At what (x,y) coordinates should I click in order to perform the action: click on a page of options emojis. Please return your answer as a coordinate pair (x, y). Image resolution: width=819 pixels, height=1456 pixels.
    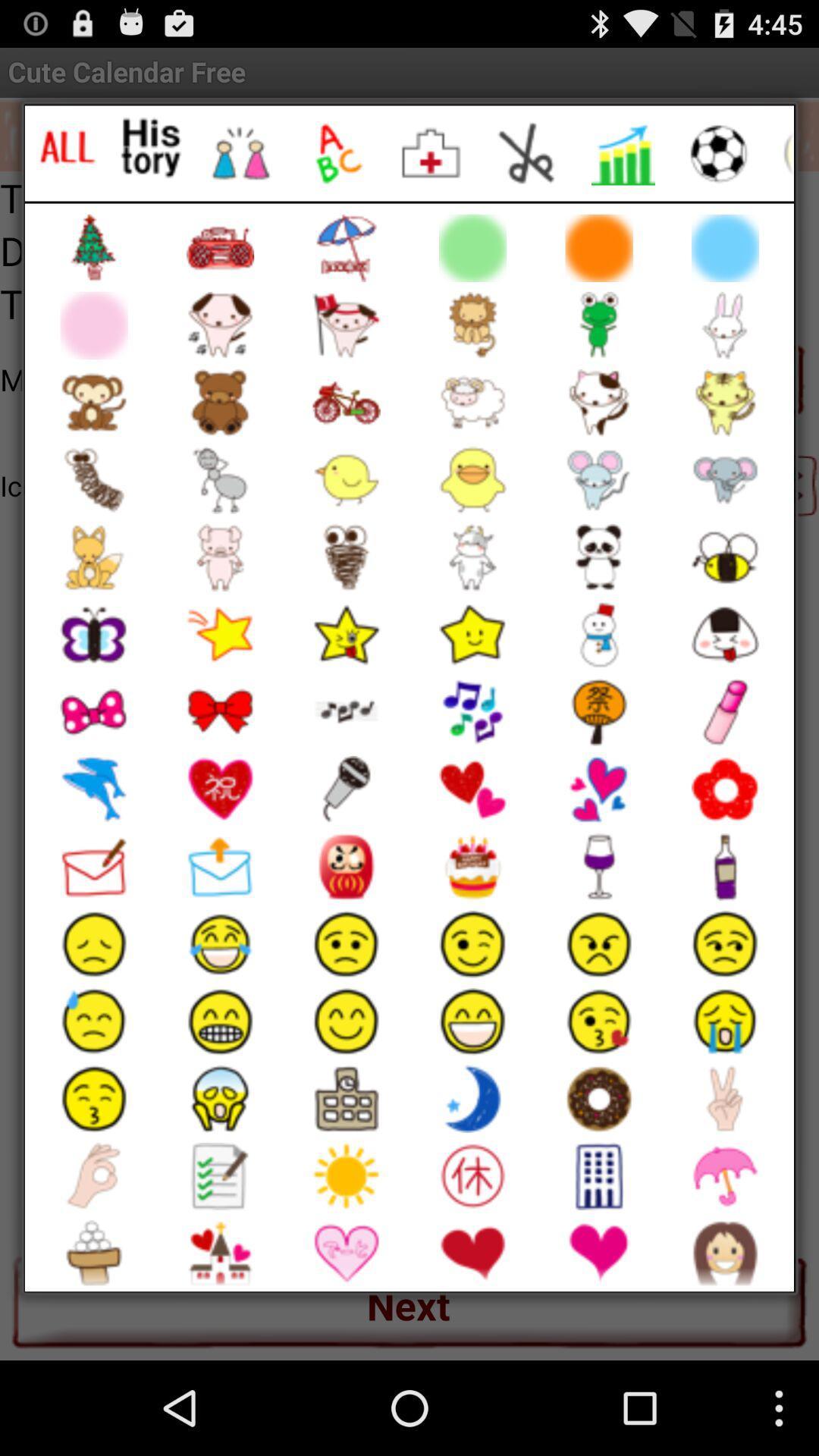
    Looking at the image, I should click on (526, 153).